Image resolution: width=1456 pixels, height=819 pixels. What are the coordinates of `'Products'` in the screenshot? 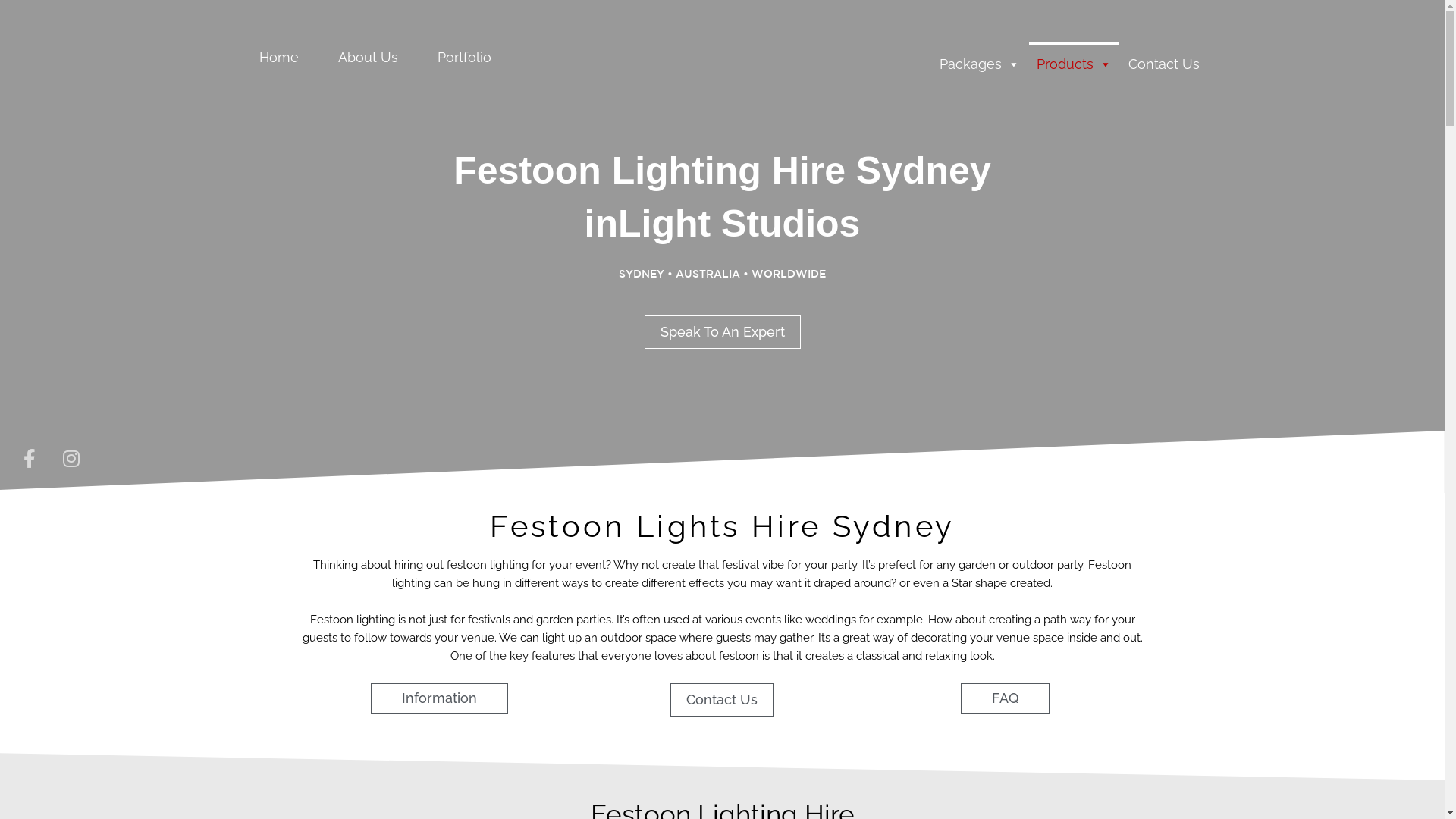 It's located at (1073, 57).